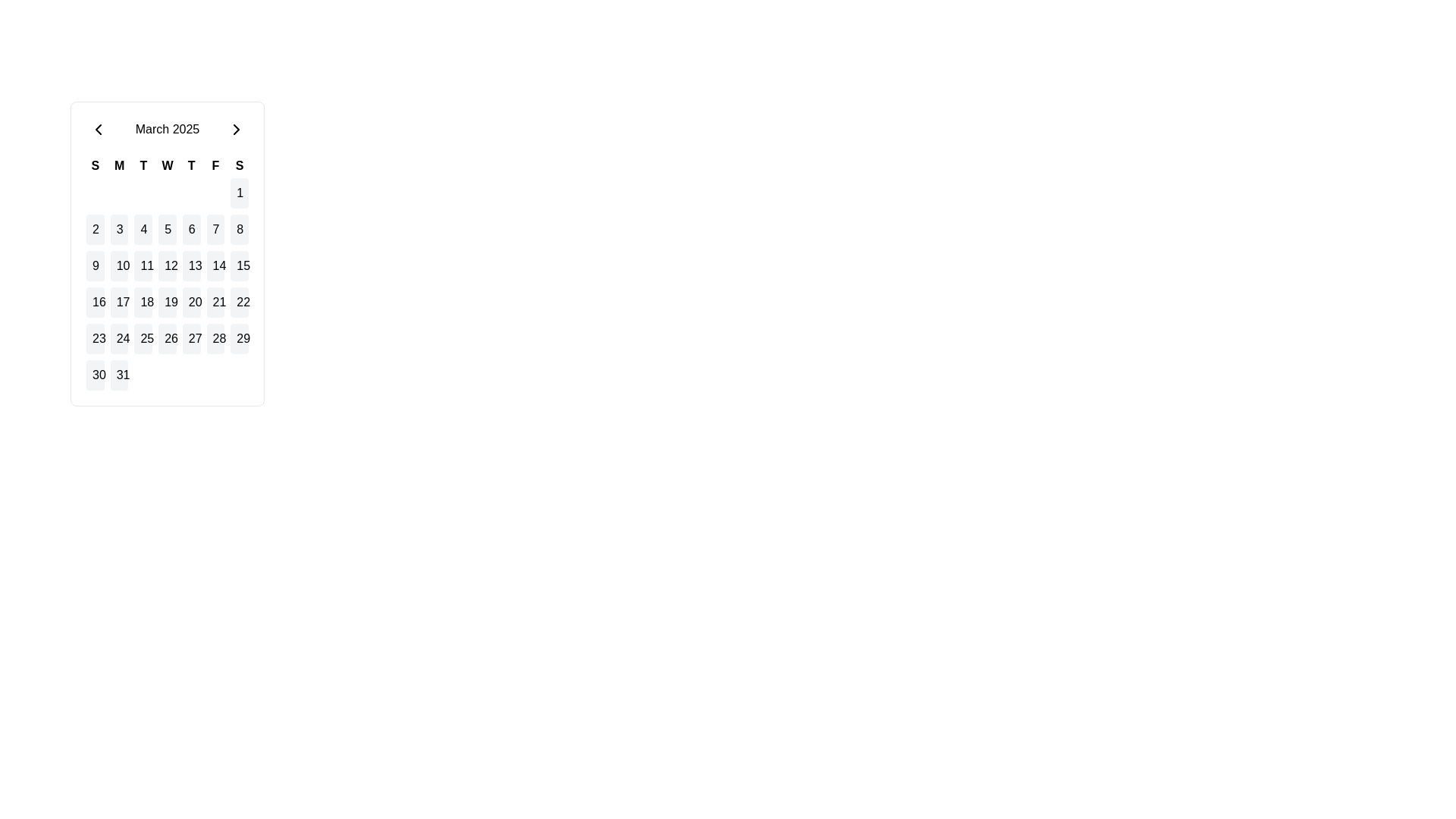 The width and height of the screenshot is (1456, 819). Describe the element at coordinates (118, 302) in the screenshot. I see `the button representing the date '17', which has a light gray background and rounded corners` at that location.